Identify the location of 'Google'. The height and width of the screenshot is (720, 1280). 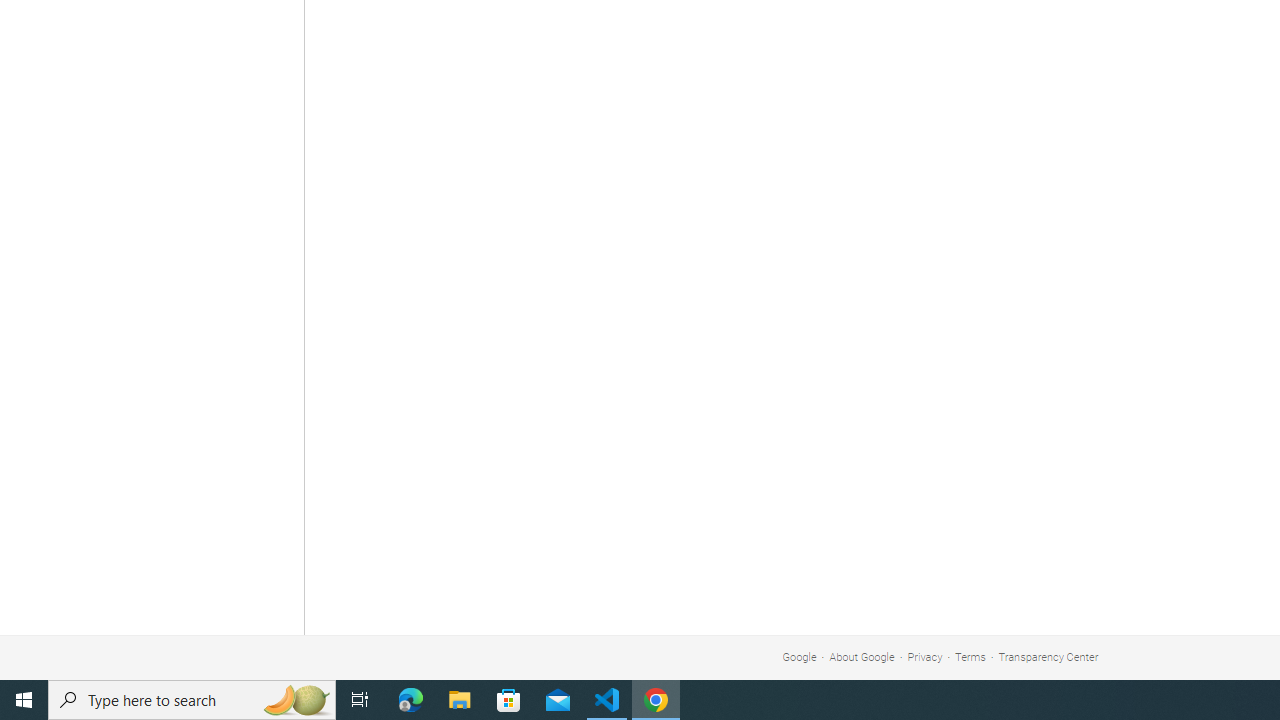
(798, 657).